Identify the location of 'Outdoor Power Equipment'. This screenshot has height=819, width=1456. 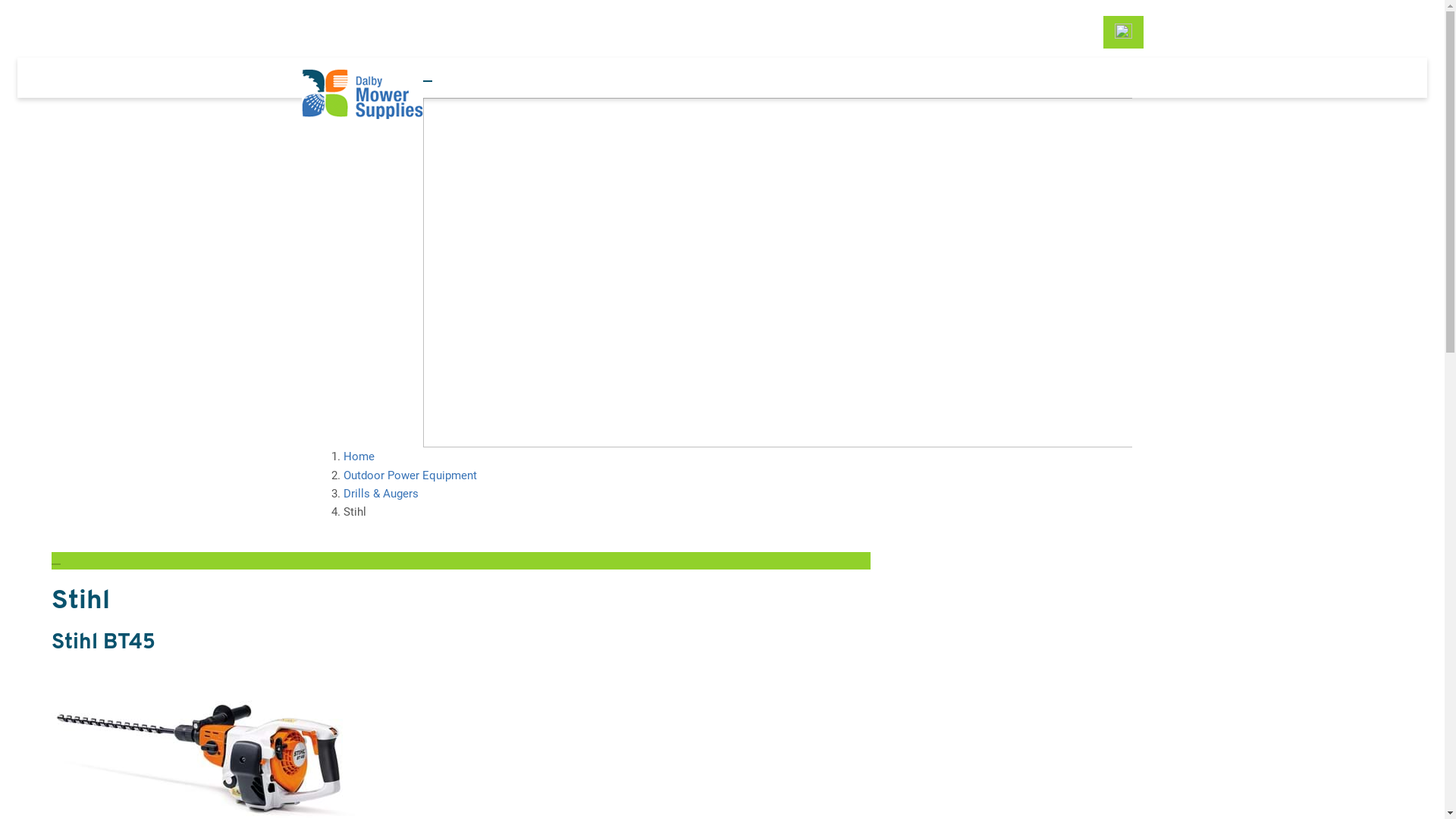
(409, 475).